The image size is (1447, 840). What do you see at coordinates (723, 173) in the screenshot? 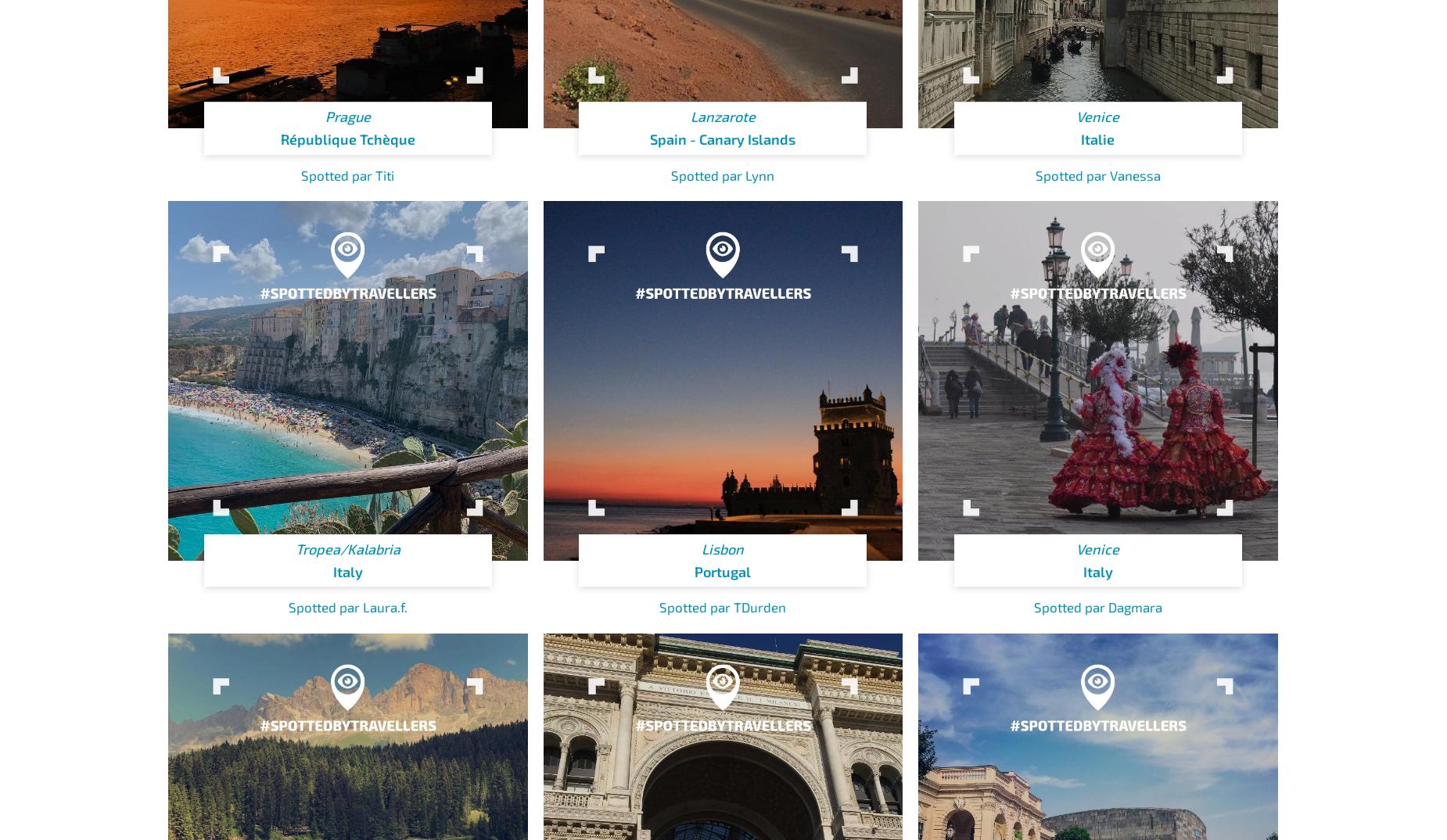
I see `'Spotted par Lynn'` at bounding box center [723, 173].